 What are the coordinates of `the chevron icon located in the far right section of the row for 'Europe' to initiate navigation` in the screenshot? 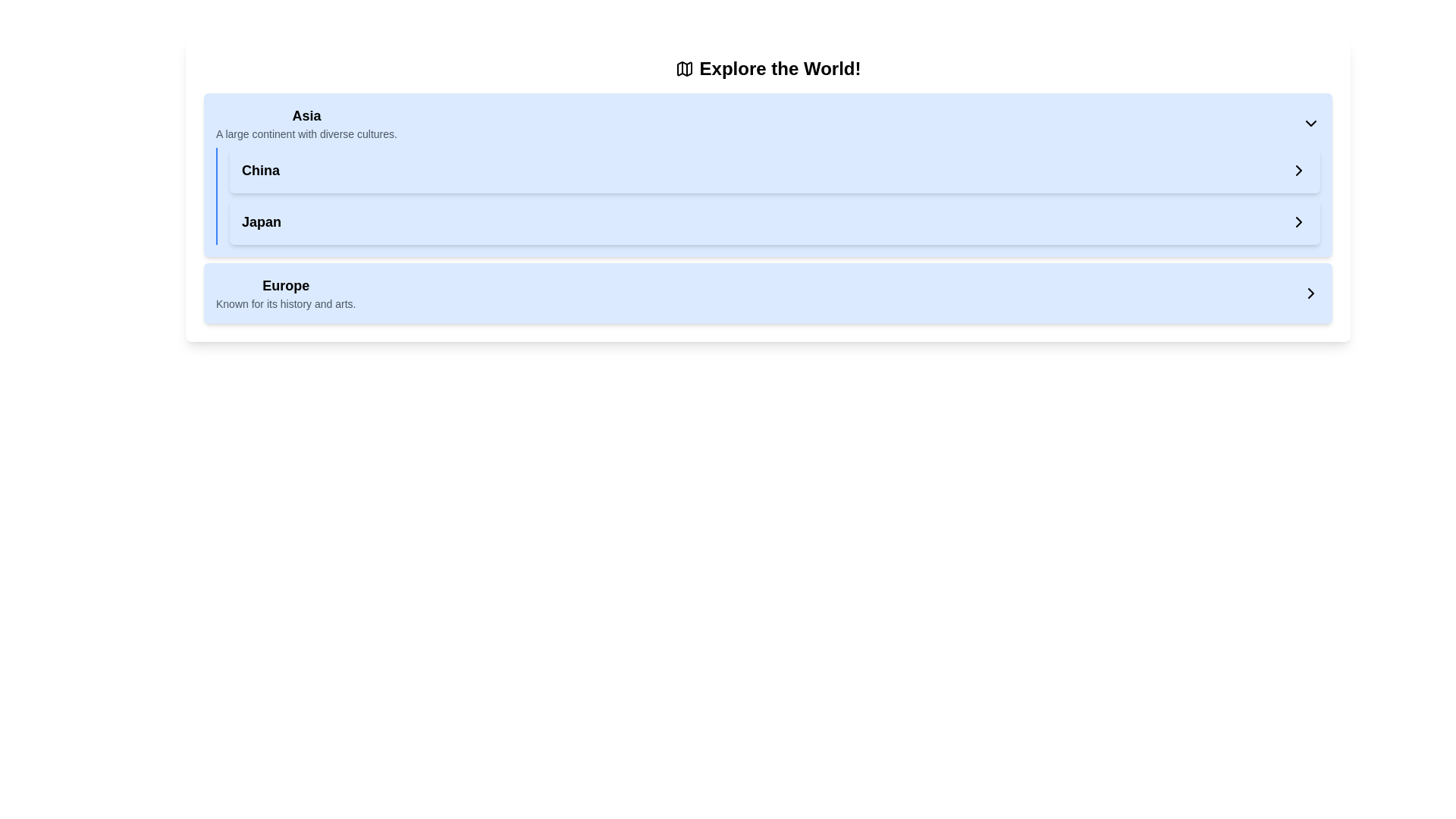 It's located at (1310, 293).